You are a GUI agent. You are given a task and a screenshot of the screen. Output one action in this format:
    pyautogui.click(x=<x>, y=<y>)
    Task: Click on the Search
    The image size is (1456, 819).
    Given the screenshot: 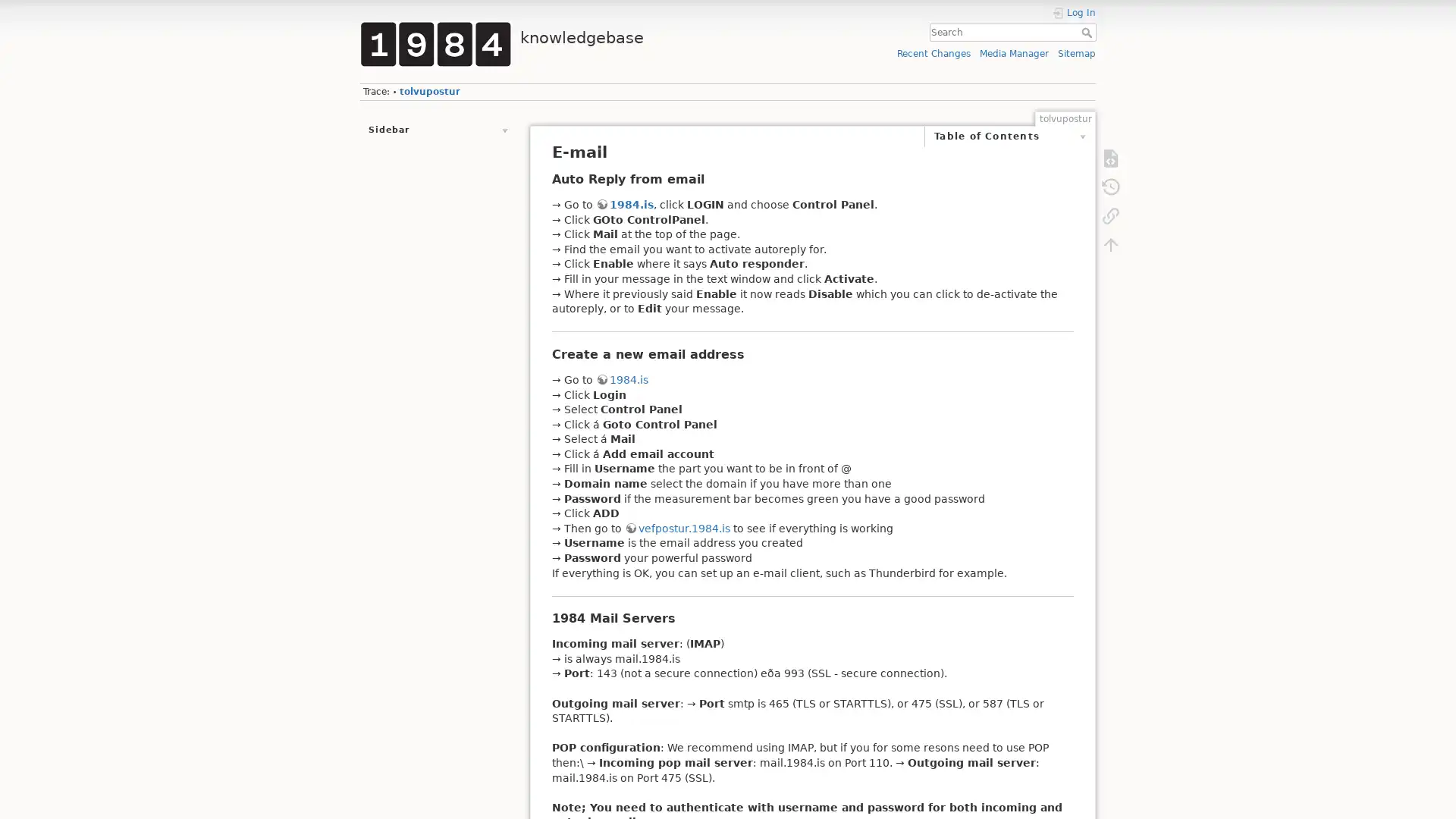 What is the action you would take?
    pyautogui.click(x=1087, y=32)
    